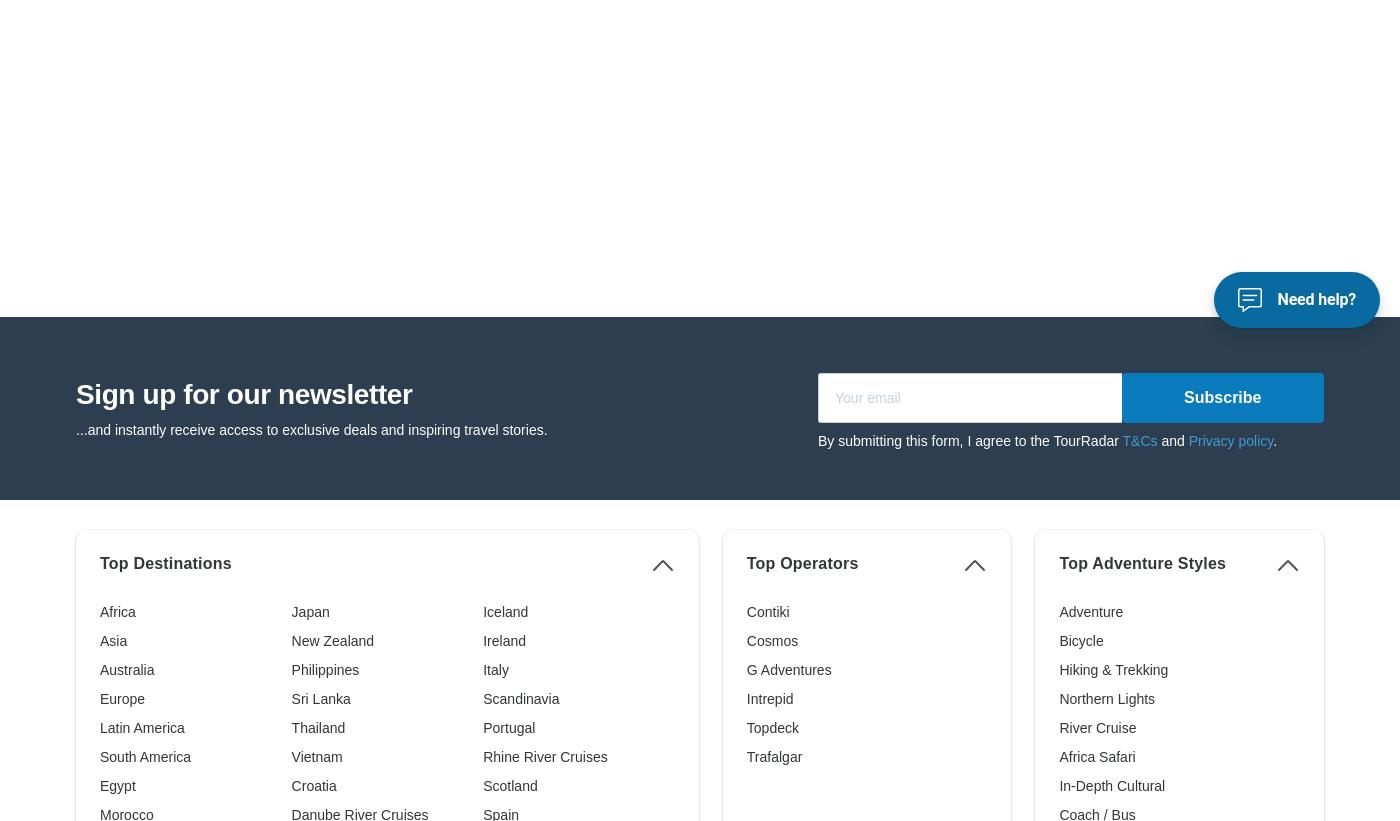 The image size is (1400, 821). What do you see at coordinates (788, 348) in the screenshot?
I see `'G Adventures'` at bounding box center [788, 348].